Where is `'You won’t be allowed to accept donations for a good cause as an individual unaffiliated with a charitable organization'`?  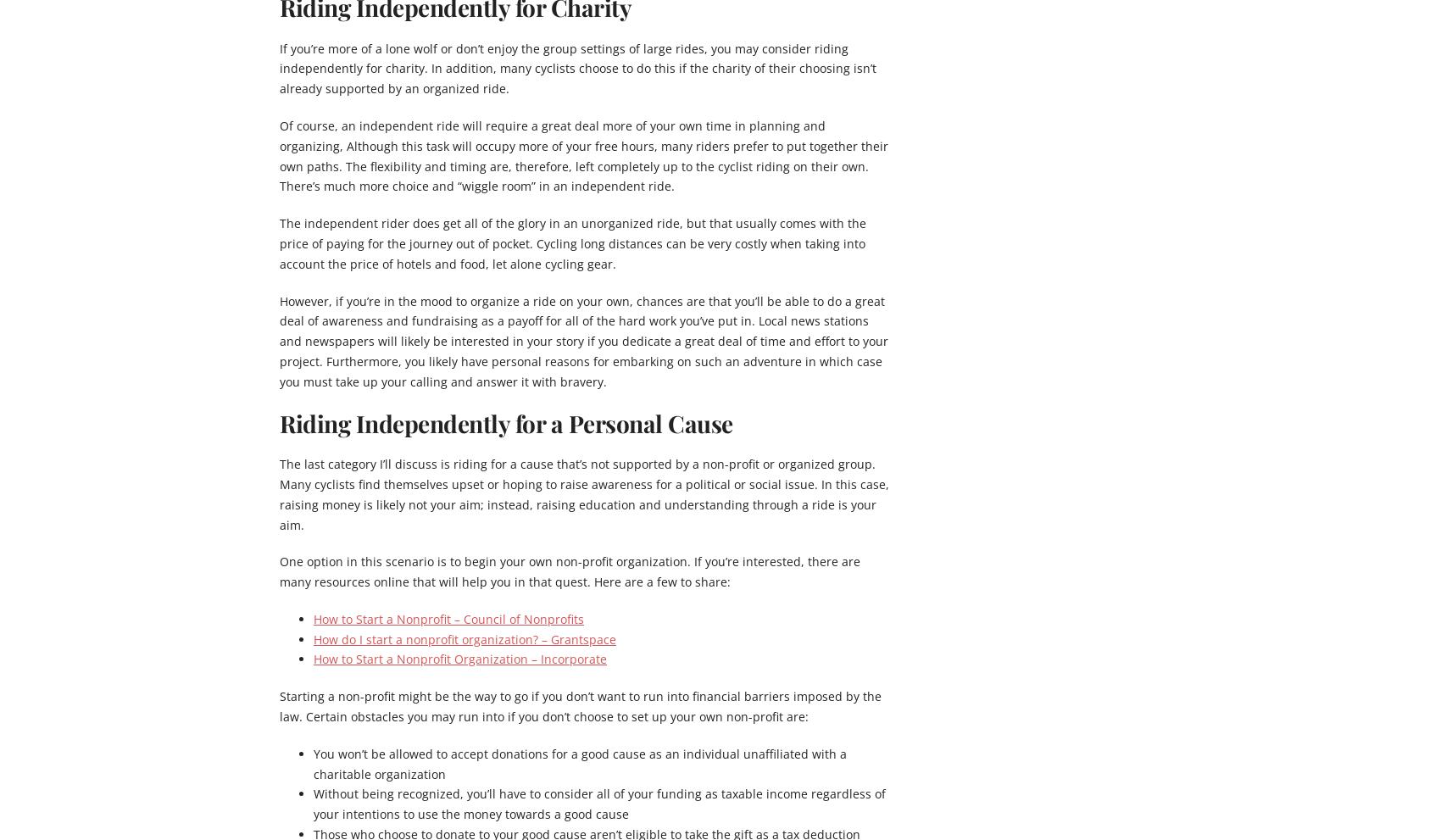
'You won’t be allowed to accept donations for a good cause as an individual unaffiliated with a charitable organization' is located at coordinates (580, 763).